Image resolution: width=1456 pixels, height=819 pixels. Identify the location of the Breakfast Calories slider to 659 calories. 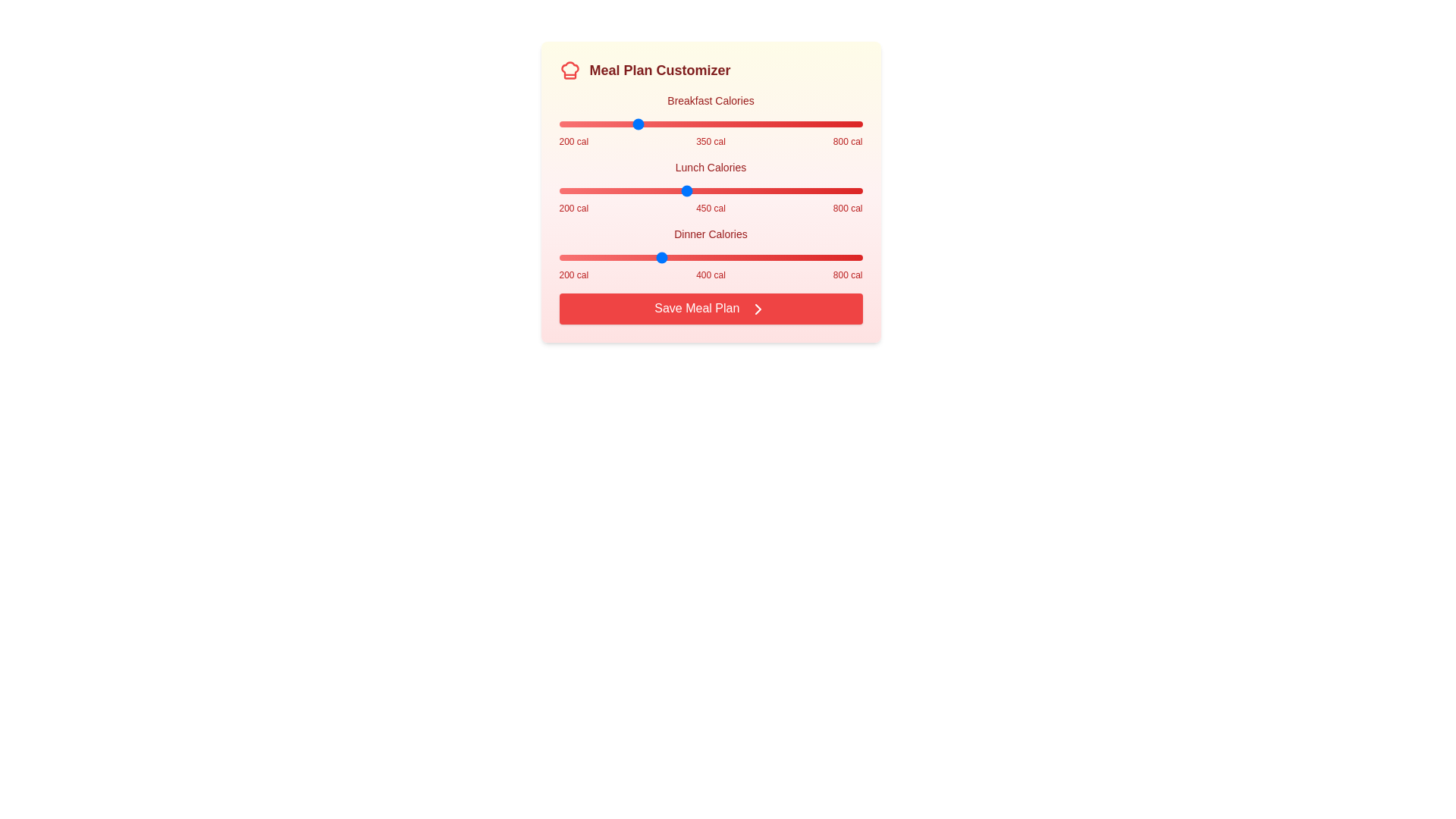
(790, 124).